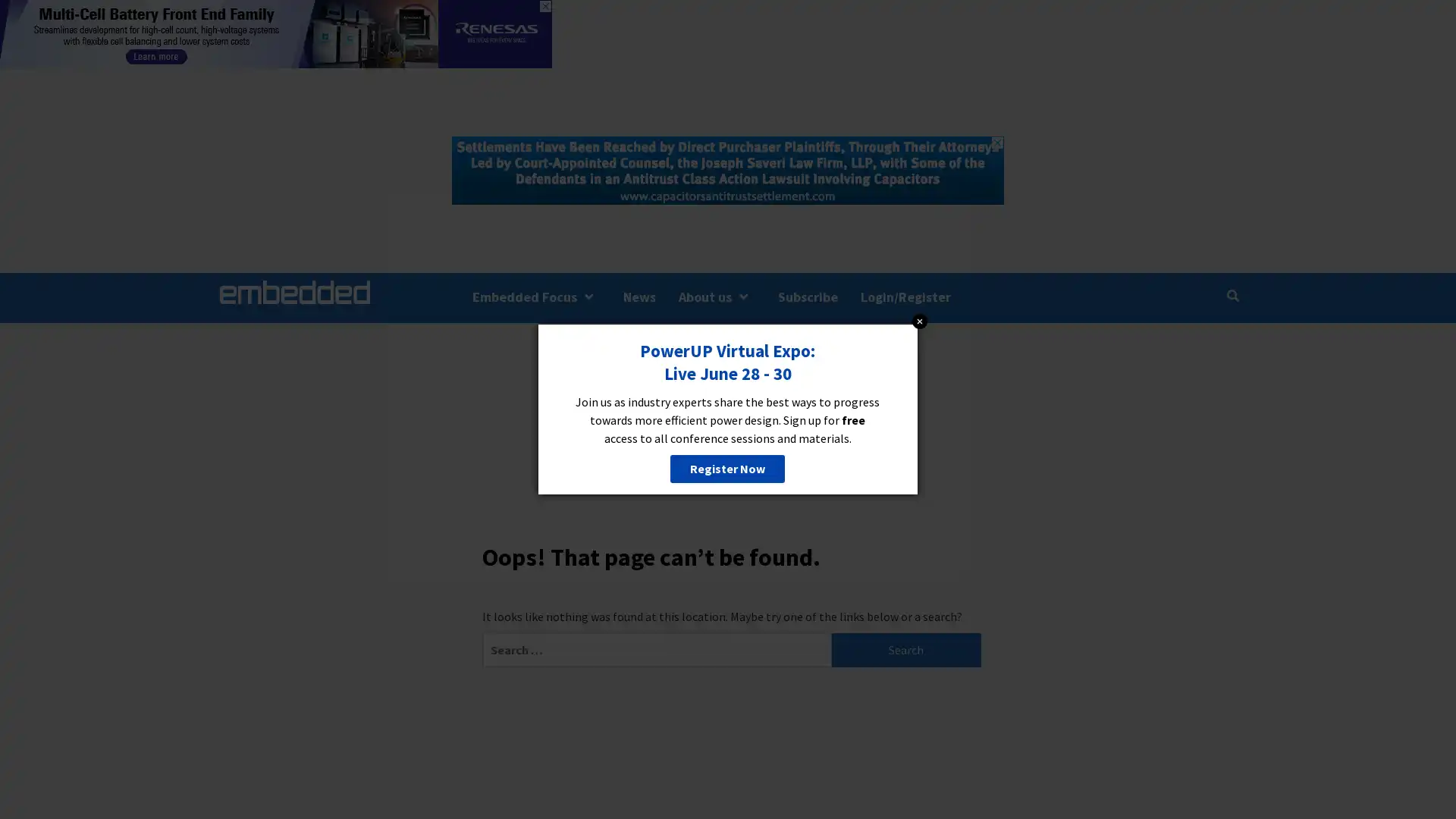 This screenshot has width=1456, height=819. Describe the element at coordinates (726, 467) in the screenshot. I see `Register Now` at that location.